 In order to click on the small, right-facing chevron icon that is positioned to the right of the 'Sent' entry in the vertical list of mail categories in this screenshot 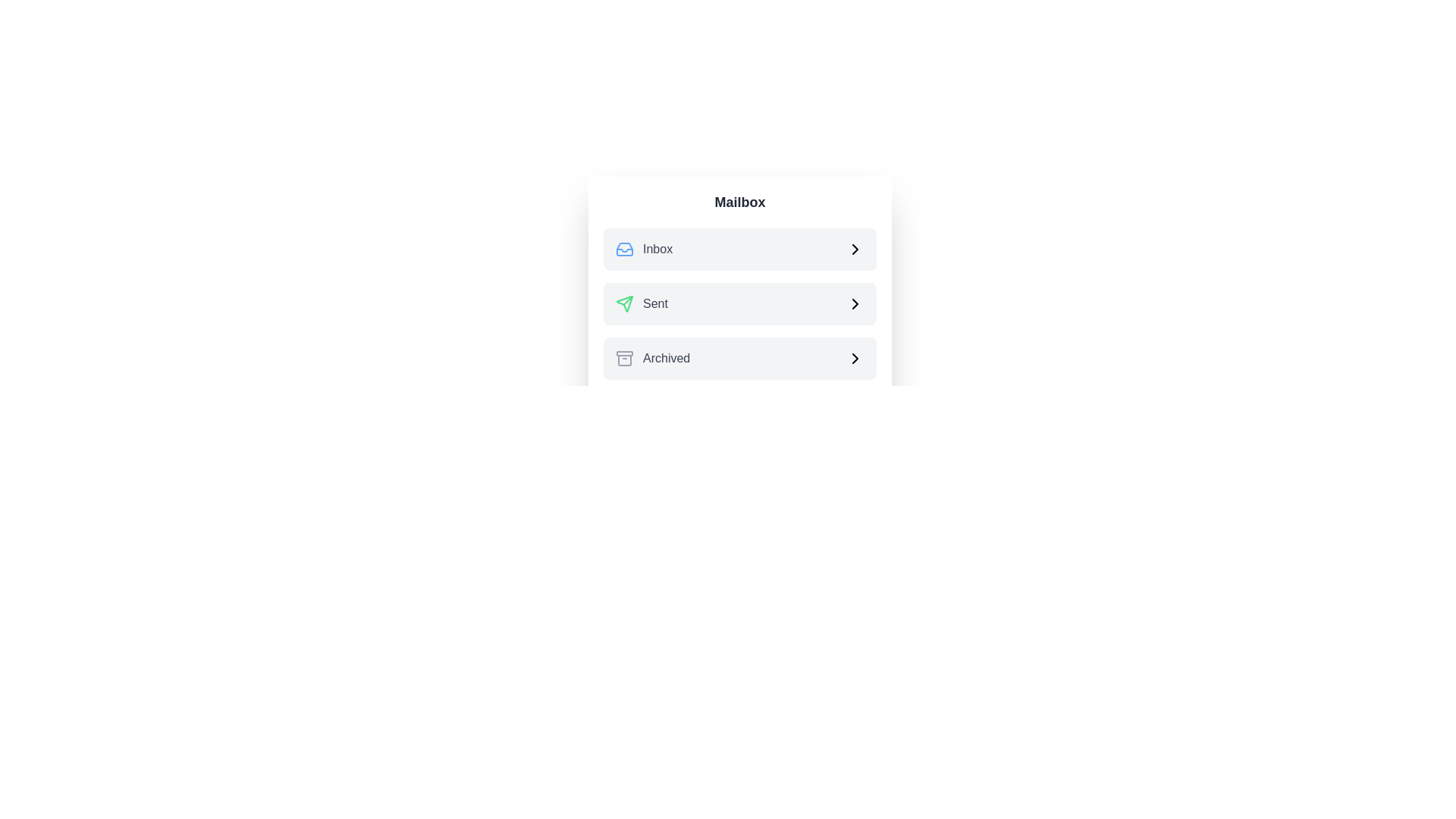, I will do `click(855, 304)`.